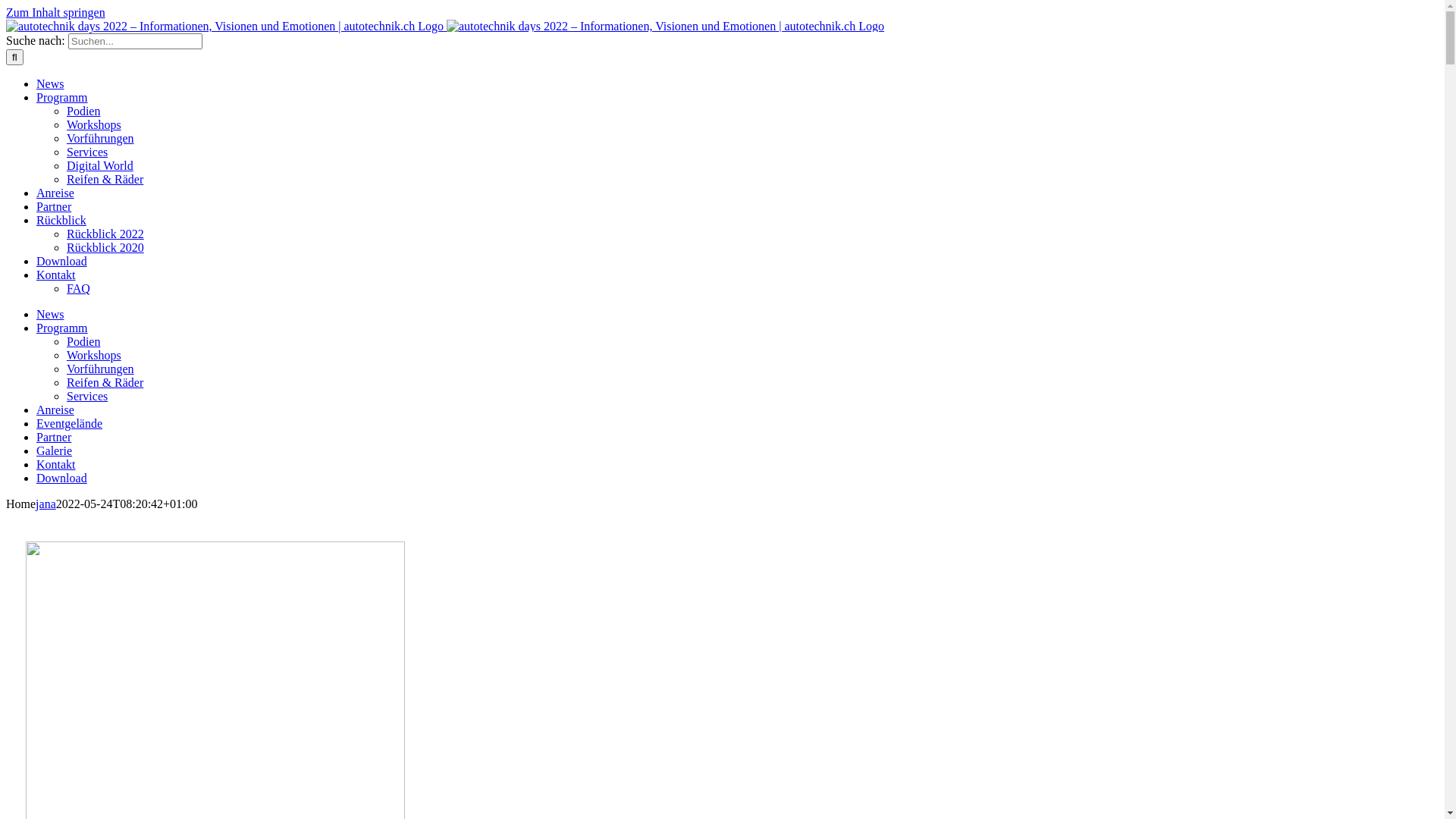 The width and height of the screenshot is (1456, 819). What do you see at coordinates (86, 152) in the screenshot?
I see `'Services'` at bounding box center [86, 152].